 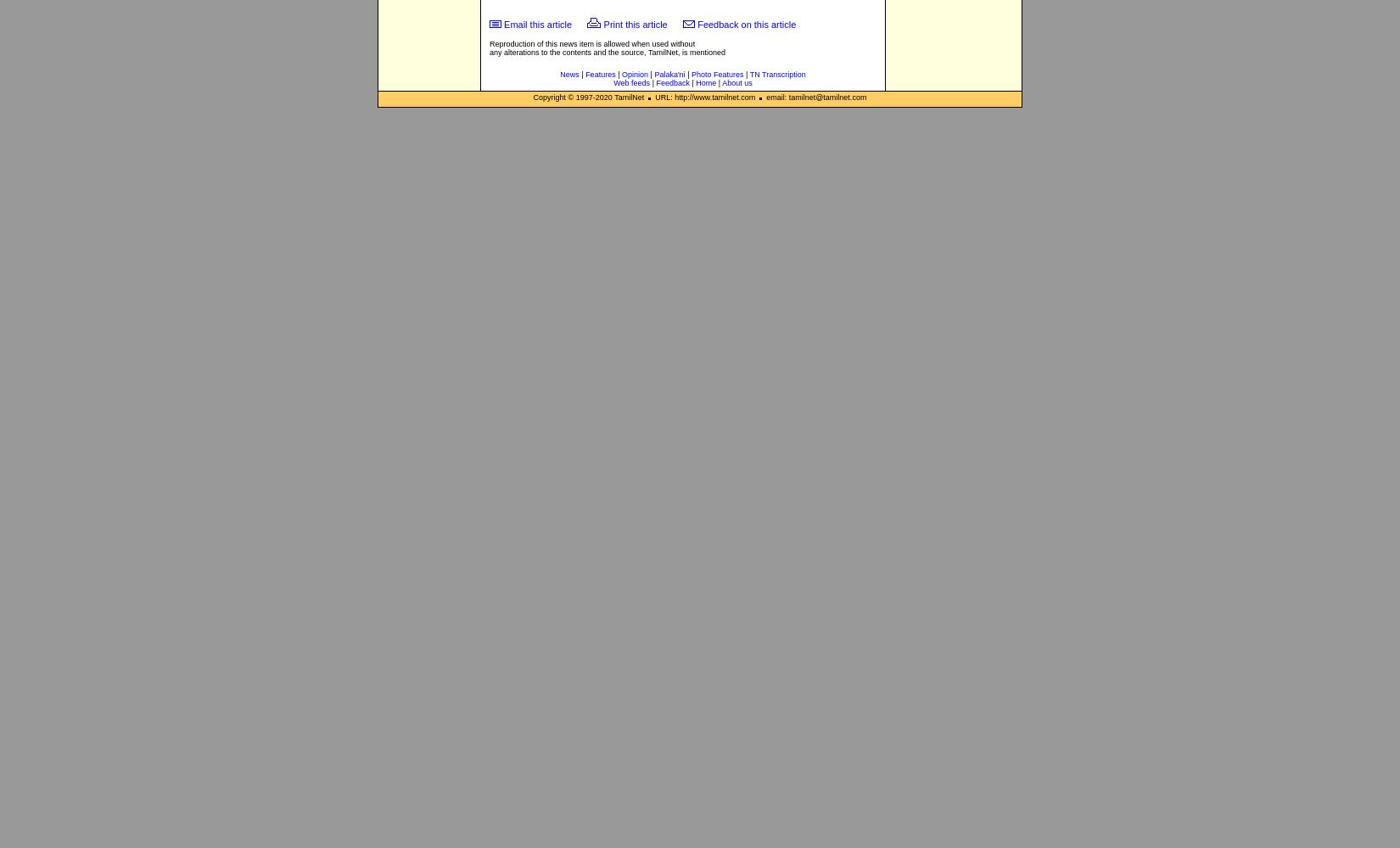 What do you see at coordinates (563, 97) in the screenshot?
I see `'Copyright © 1997-'` at bounding box center [563, 97].